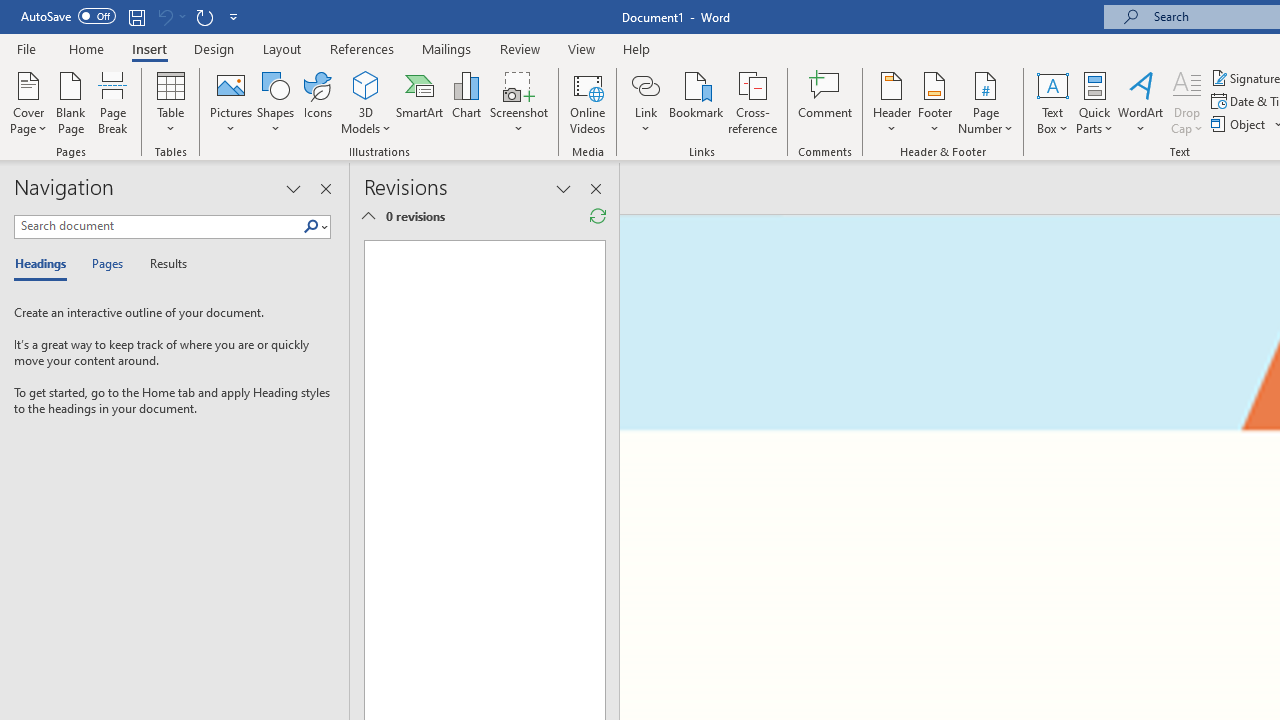 Image resolution: width=1280 pixels, height=720 pixels. I want to click on 'Can', so click(164, 16).